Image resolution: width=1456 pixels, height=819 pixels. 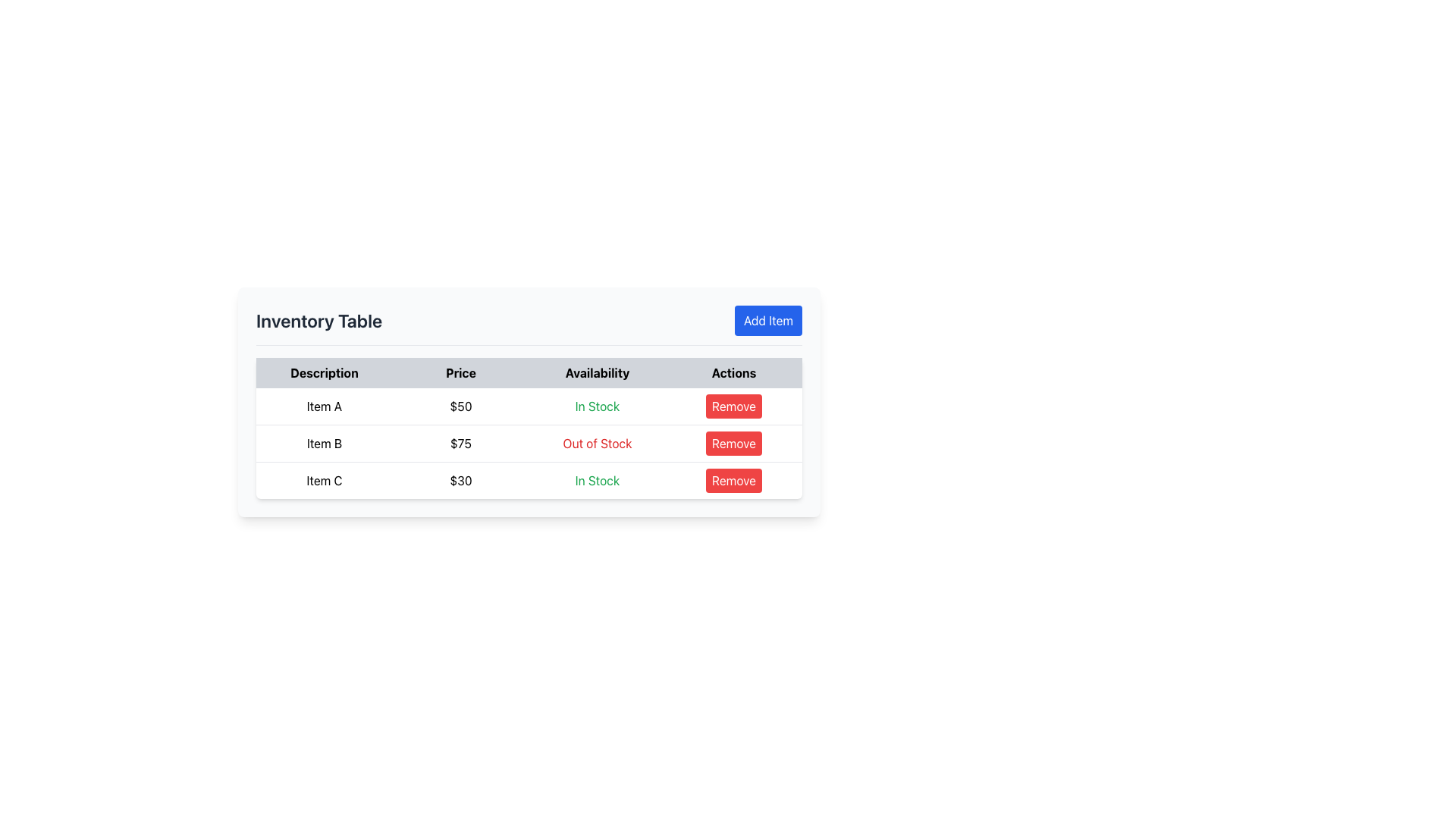 What do you see at coordinates (596, 406) in the screenshot?
I see `the static label displaying 'In Stock' status for 'Item A' in the 'Availability' column of the table` at bounding box center [596, 406].